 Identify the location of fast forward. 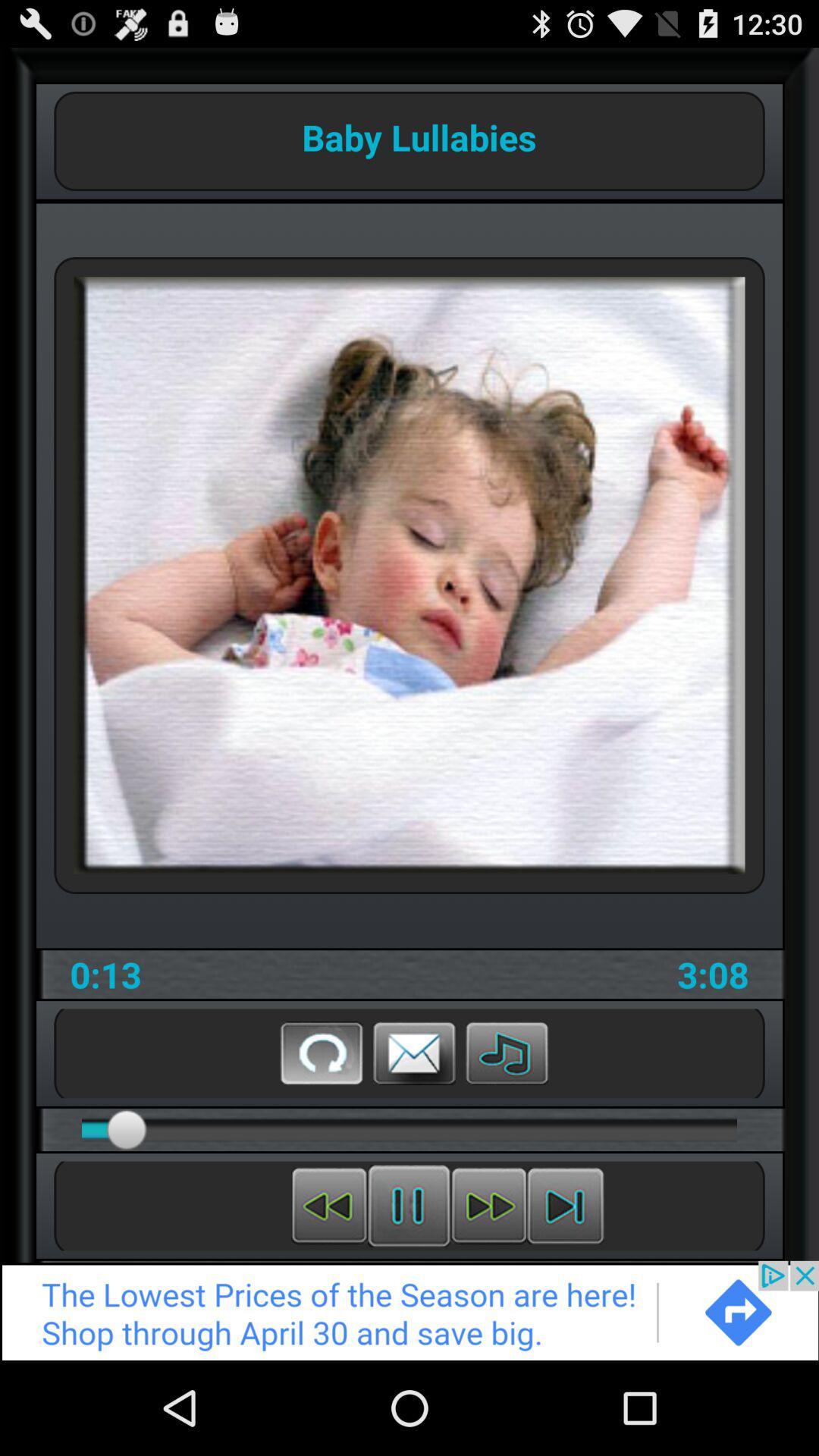
(488, 1205).